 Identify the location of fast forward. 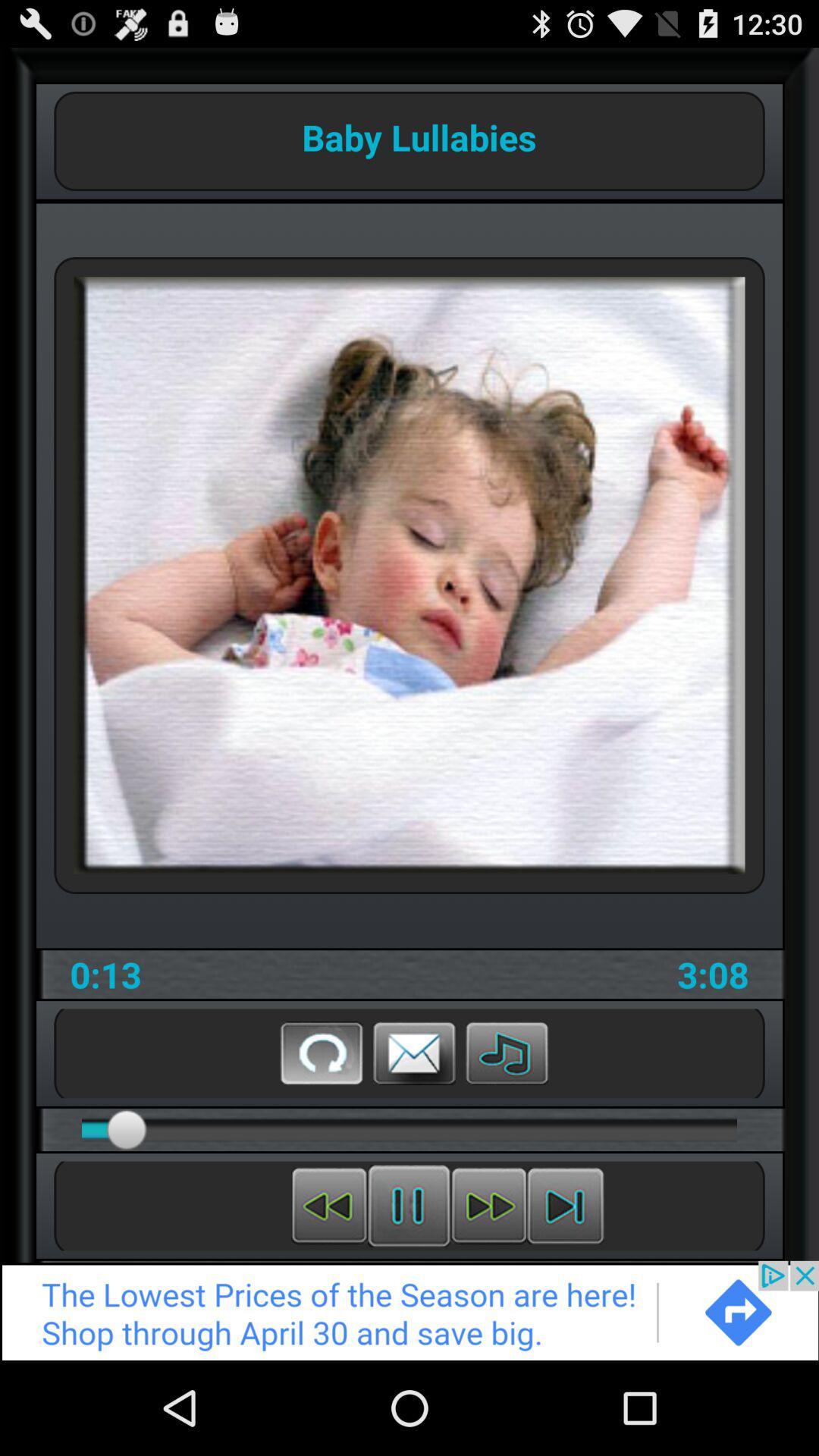
(488, 1205).